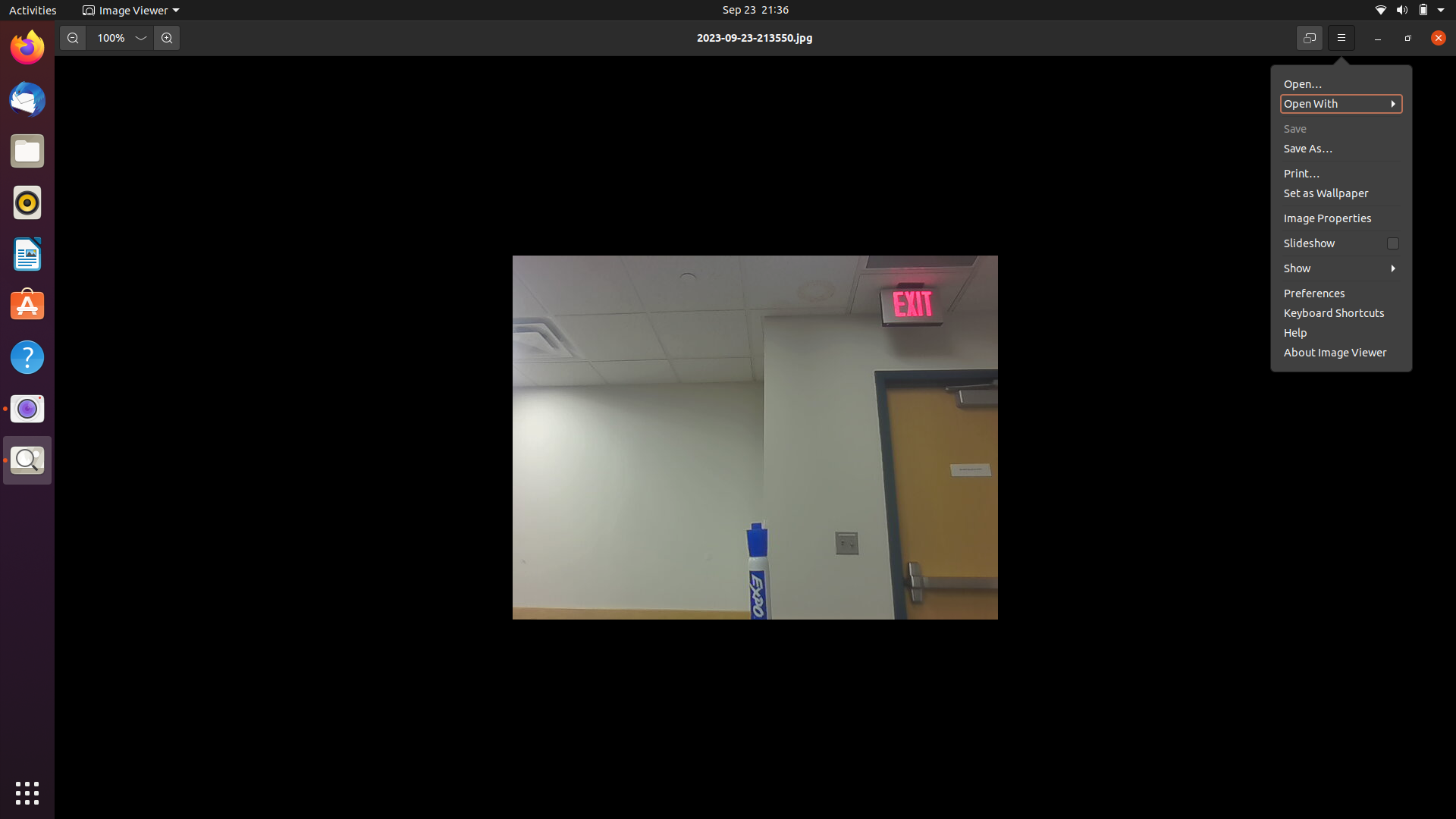 This screenshot has width=1456, height=819. What do you see at coordinates (1338, 242) in the screenshot?
I see `Execute the image properties option` at bounding box center [1338, 242].